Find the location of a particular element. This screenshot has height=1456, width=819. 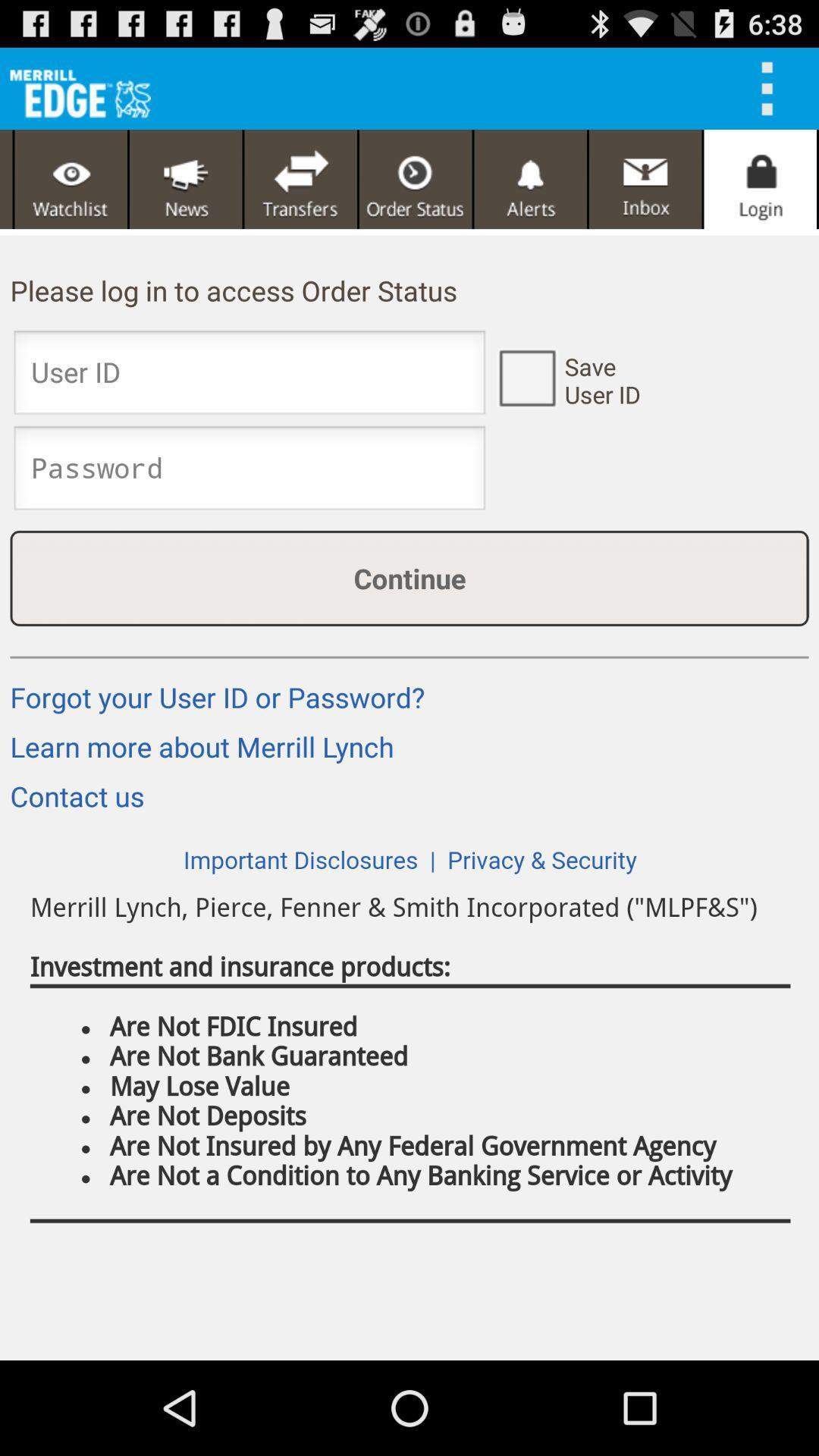

using the file is located at coordinates (772, 87).